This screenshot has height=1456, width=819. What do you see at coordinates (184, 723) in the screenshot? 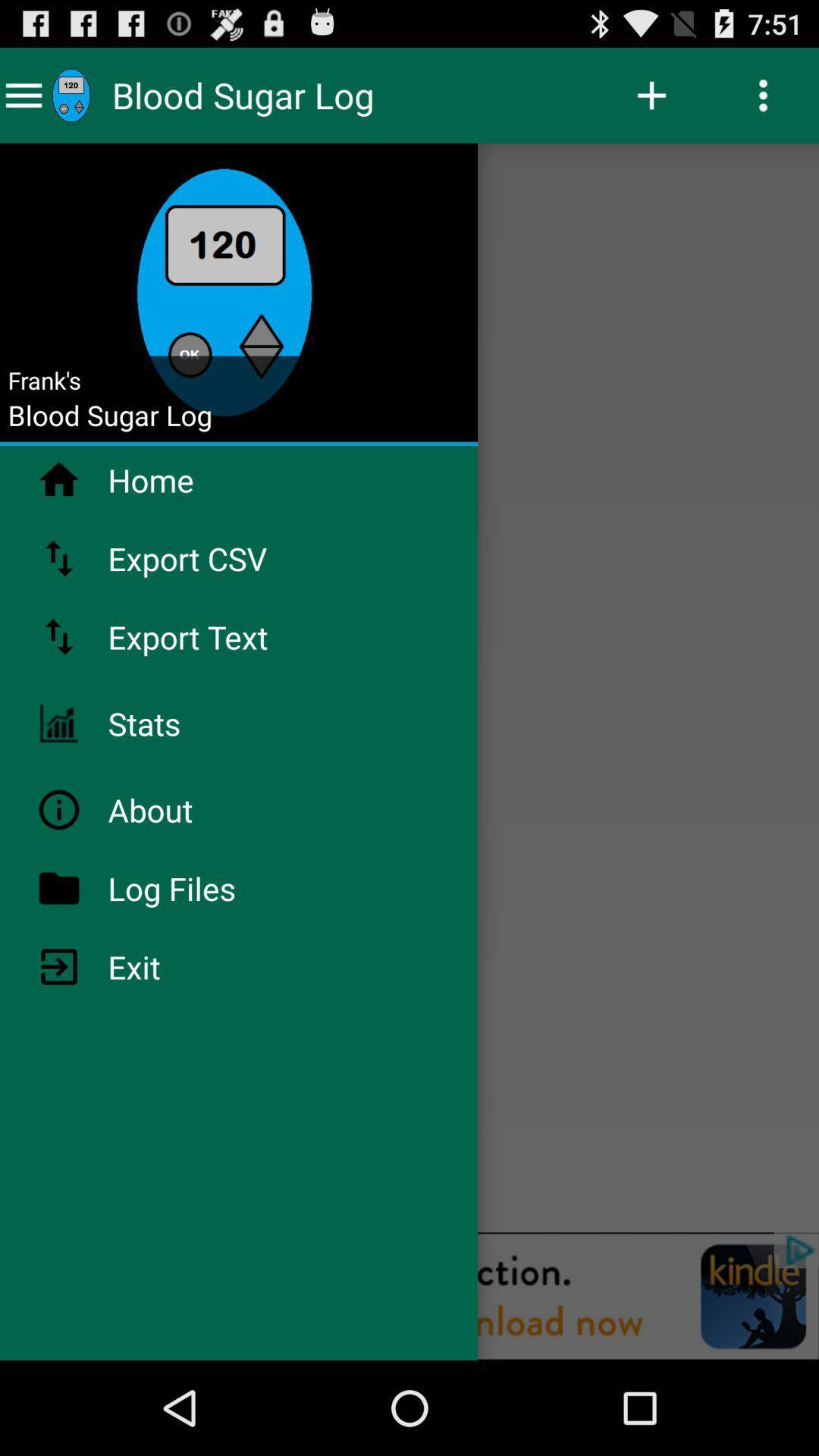
I see `the stats item` at bounding box center [184, 723].